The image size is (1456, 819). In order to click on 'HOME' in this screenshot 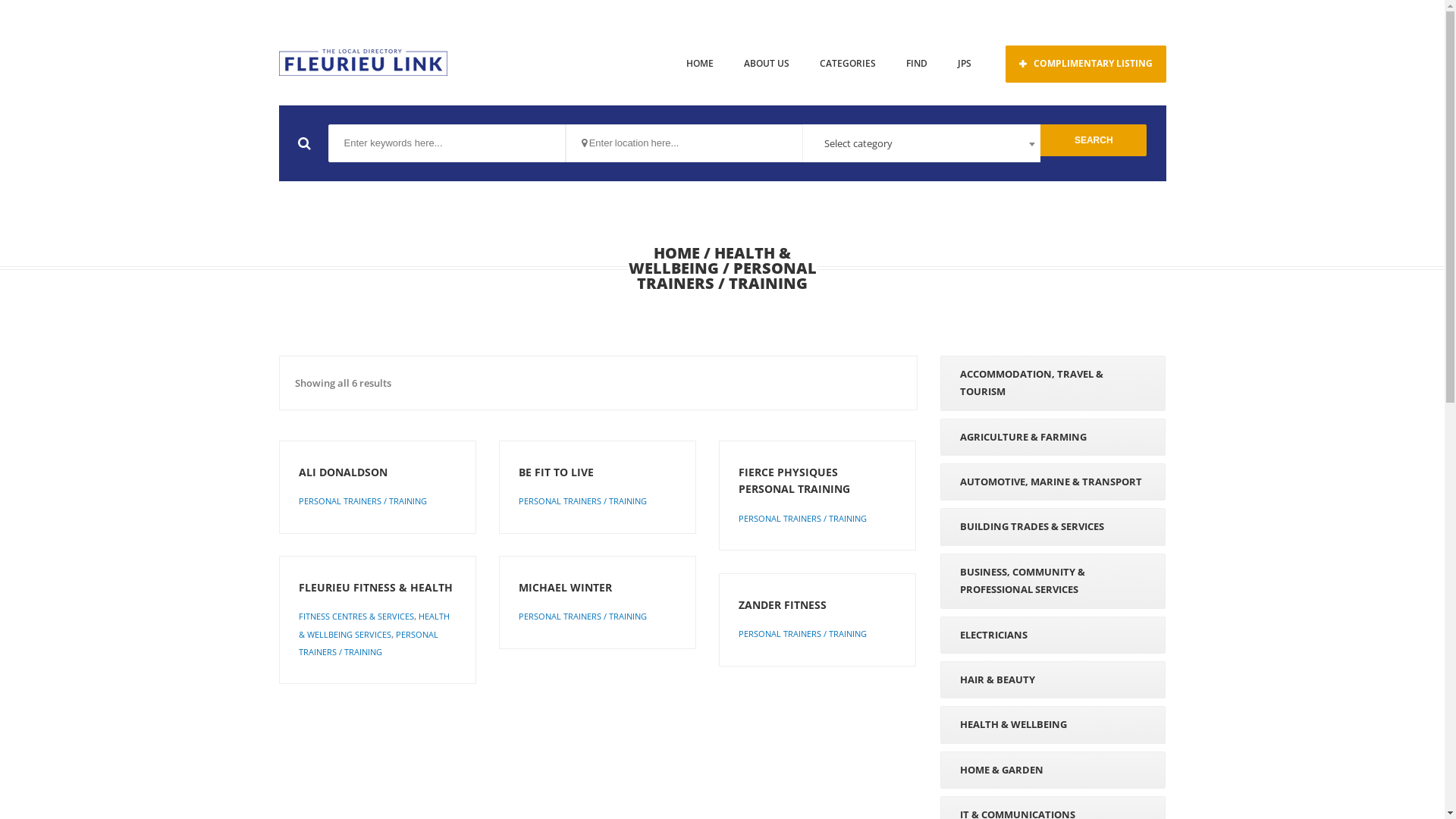, I will do `click(698, 63)`.